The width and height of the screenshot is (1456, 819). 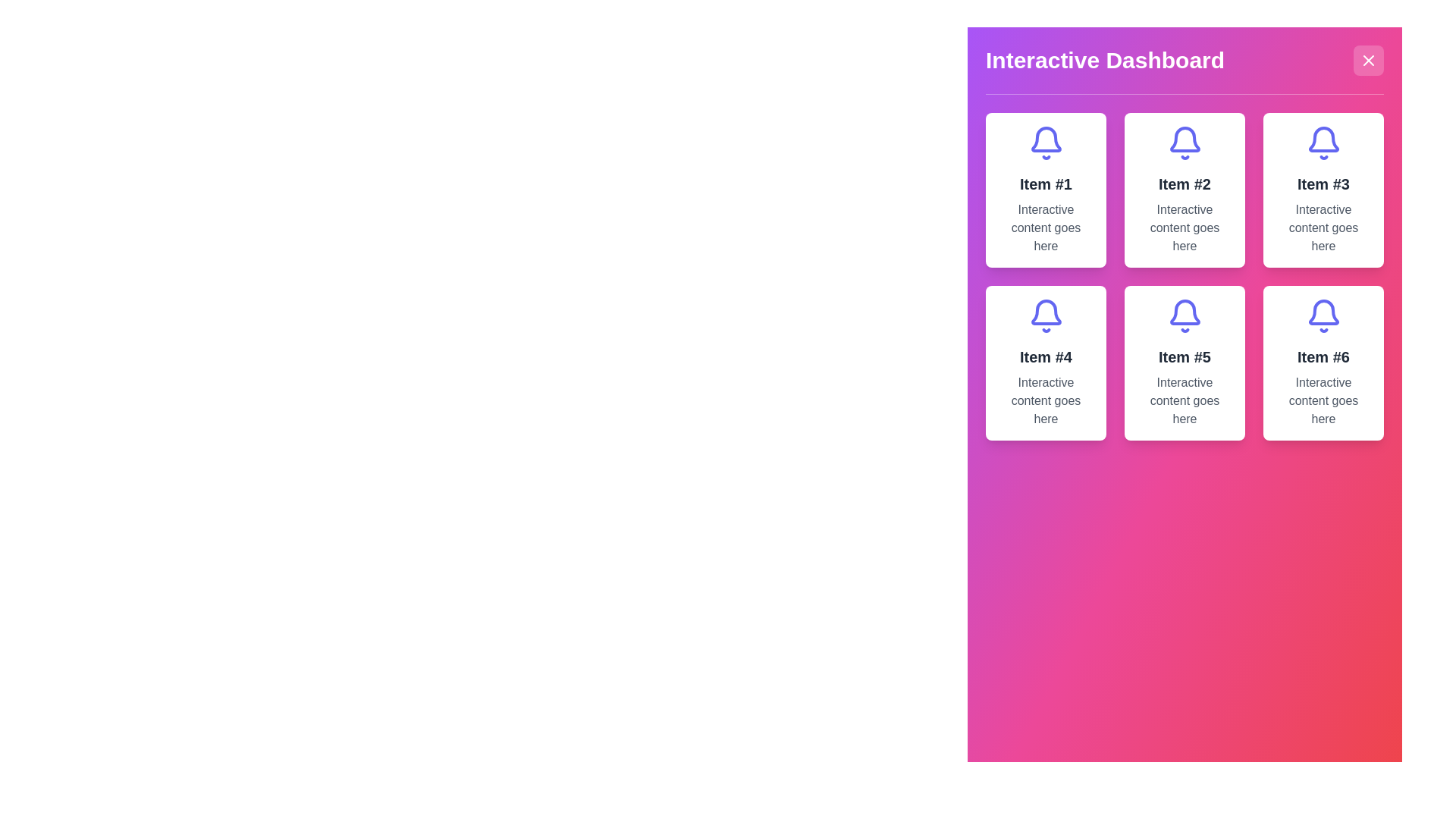 What do you see at coordinates (1045, 315) in the screenshot?
I see `the notification icon located in the second row of the card layout under the heading 'Item #4', which serves as a visual representation for alerts` at bounding box center [1045, 315].